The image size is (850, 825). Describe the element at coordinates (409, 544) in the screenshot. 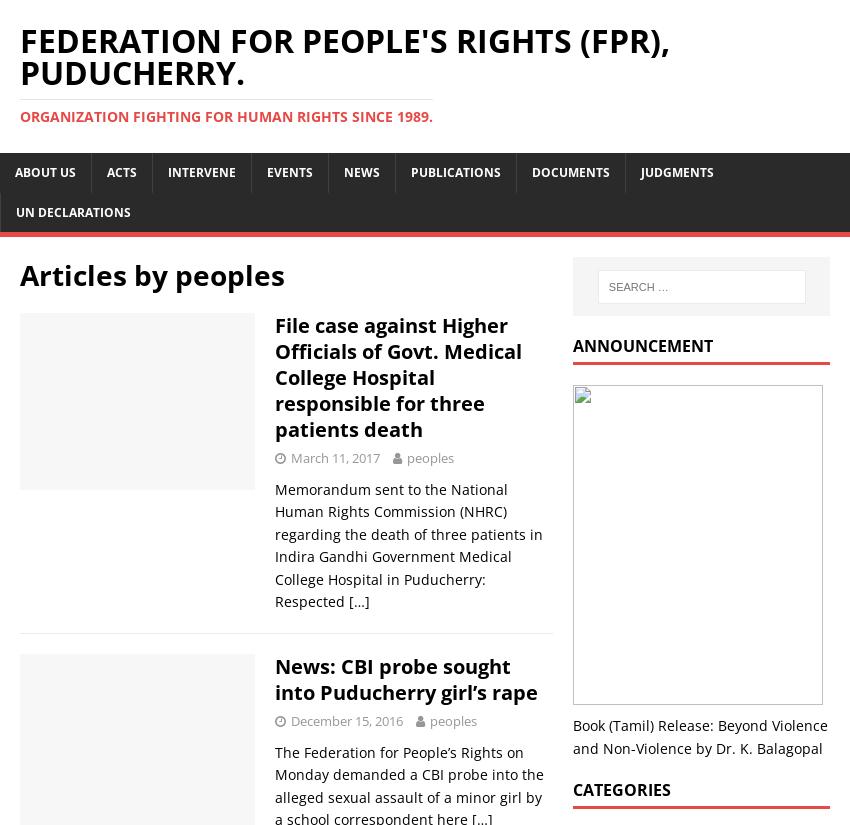

I see `'Memorandum sent to the National Human Rights Commission (NHRC) regarding the death of three patients in Indira Gandhi Government Medical College Hospital in Puducherry: Respected'` at that location.